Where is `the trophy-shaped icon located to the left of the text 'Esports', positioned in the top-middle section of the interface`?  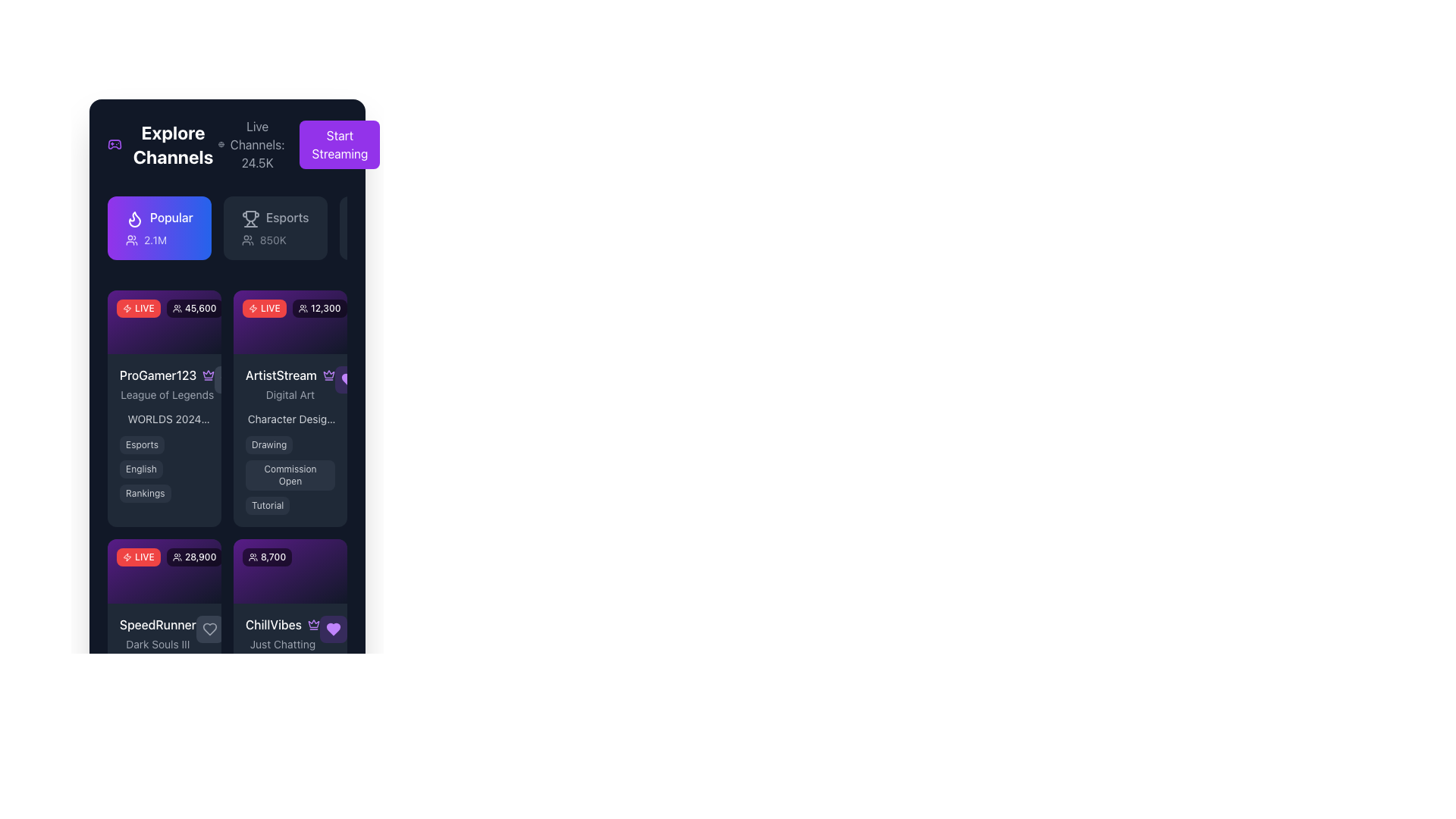 the trophy-shaped icon located to the left of the text 'Esports', positioned in the top-middle section of the interface is located at coordinates (249, 217).